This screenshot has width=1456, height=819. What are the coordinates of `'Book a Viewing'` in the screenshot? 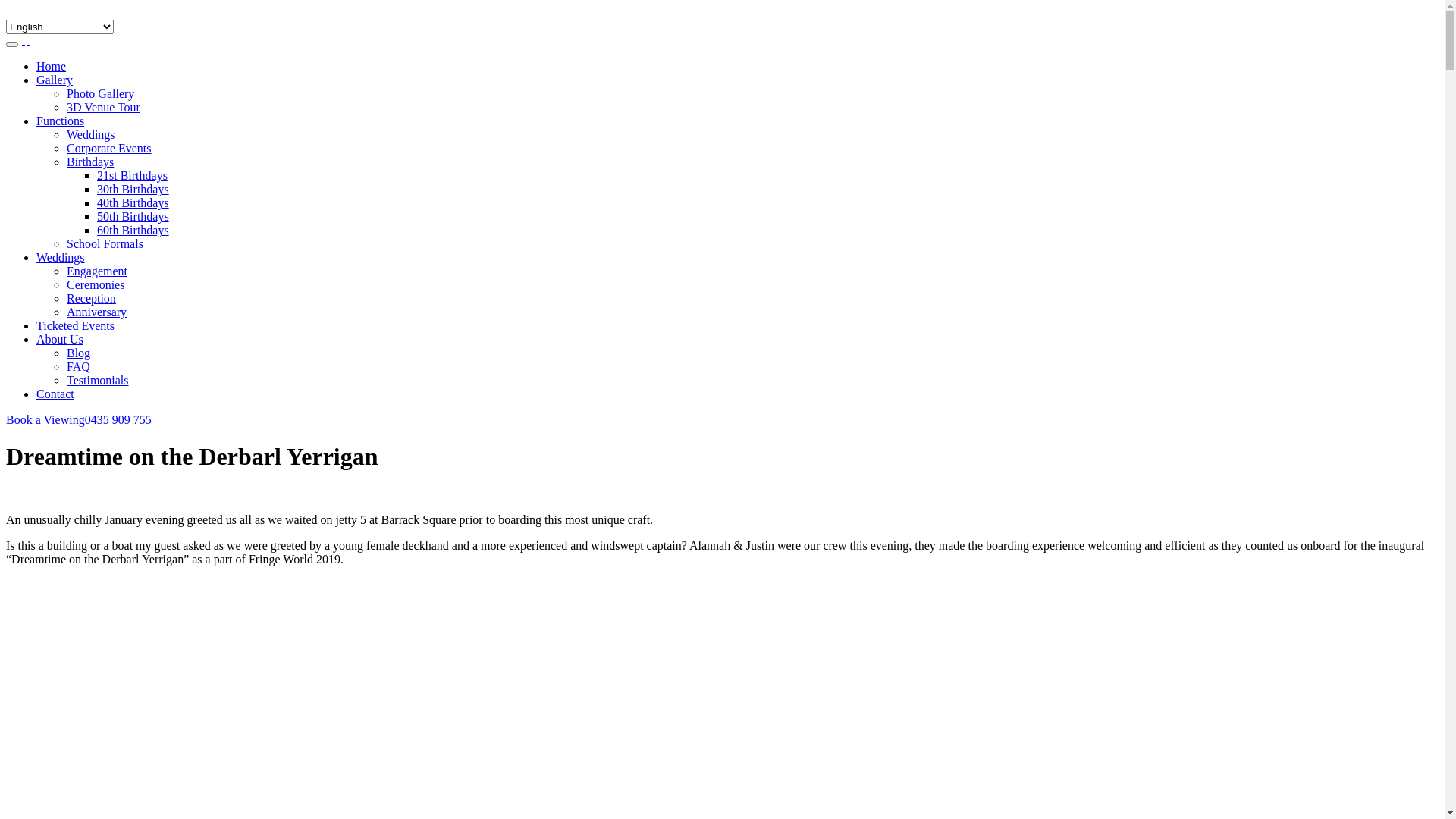 It's located at (45, 419).